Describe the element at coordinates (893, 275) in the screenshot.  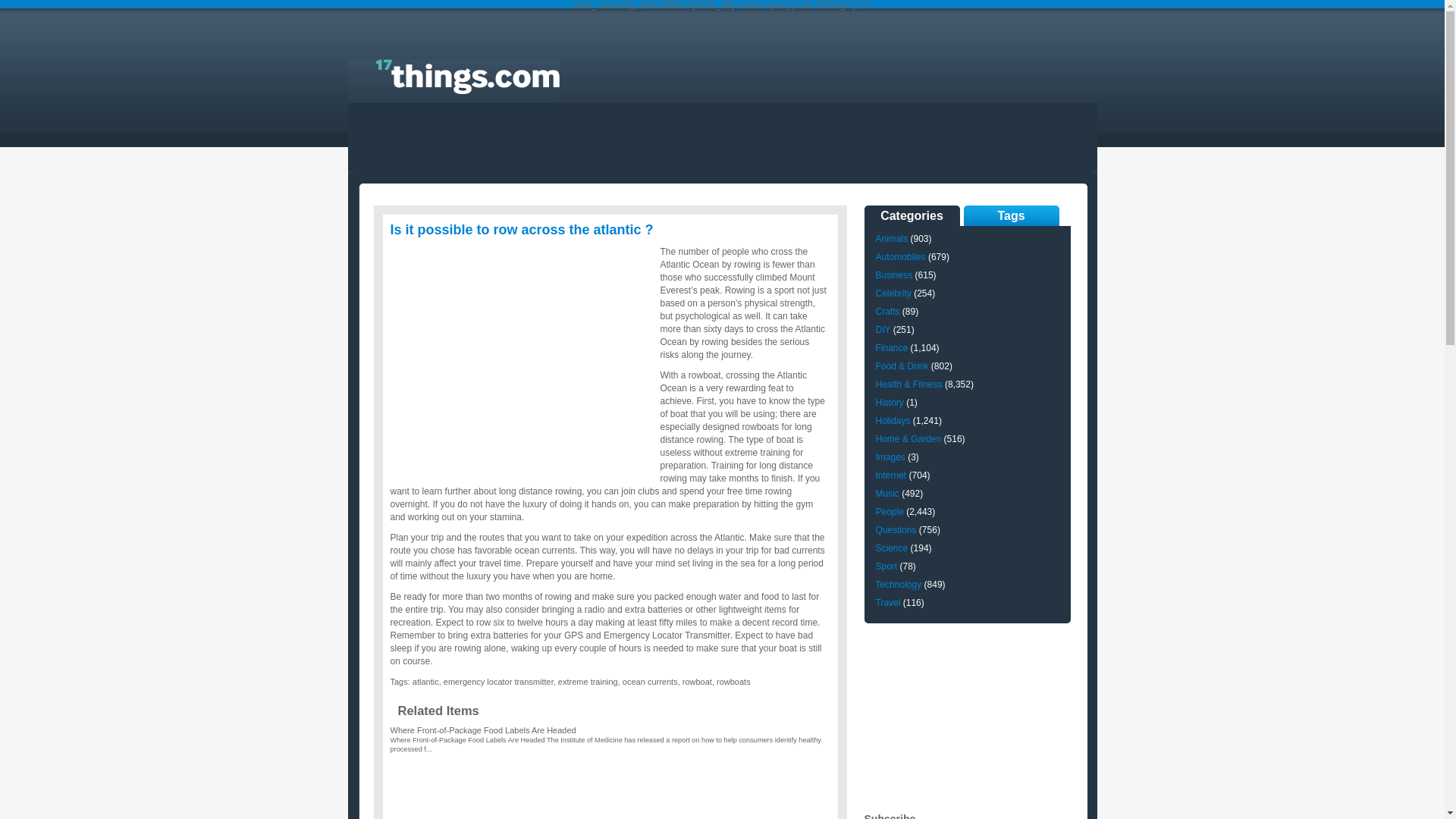
I see `'Business'` at that location.